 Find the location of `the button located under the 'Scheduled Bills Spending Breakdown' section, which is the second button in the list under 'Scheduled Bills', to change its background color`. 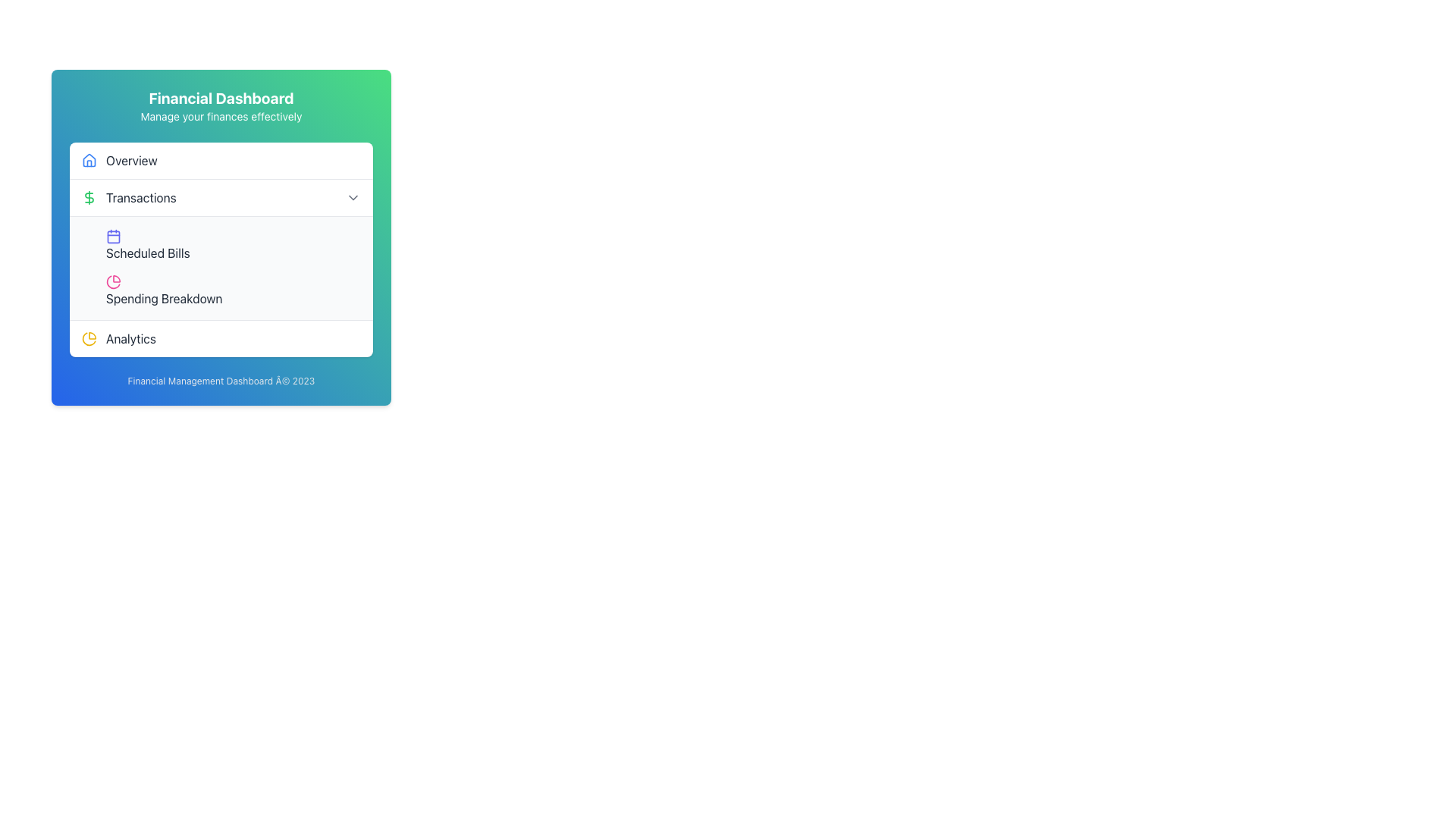

the button located under the 'Scheduled Bills Spending Breakdown' section, which is the second button in the list under 'Scheduled Bills', to change its background color is located at coordinates (232, 291).